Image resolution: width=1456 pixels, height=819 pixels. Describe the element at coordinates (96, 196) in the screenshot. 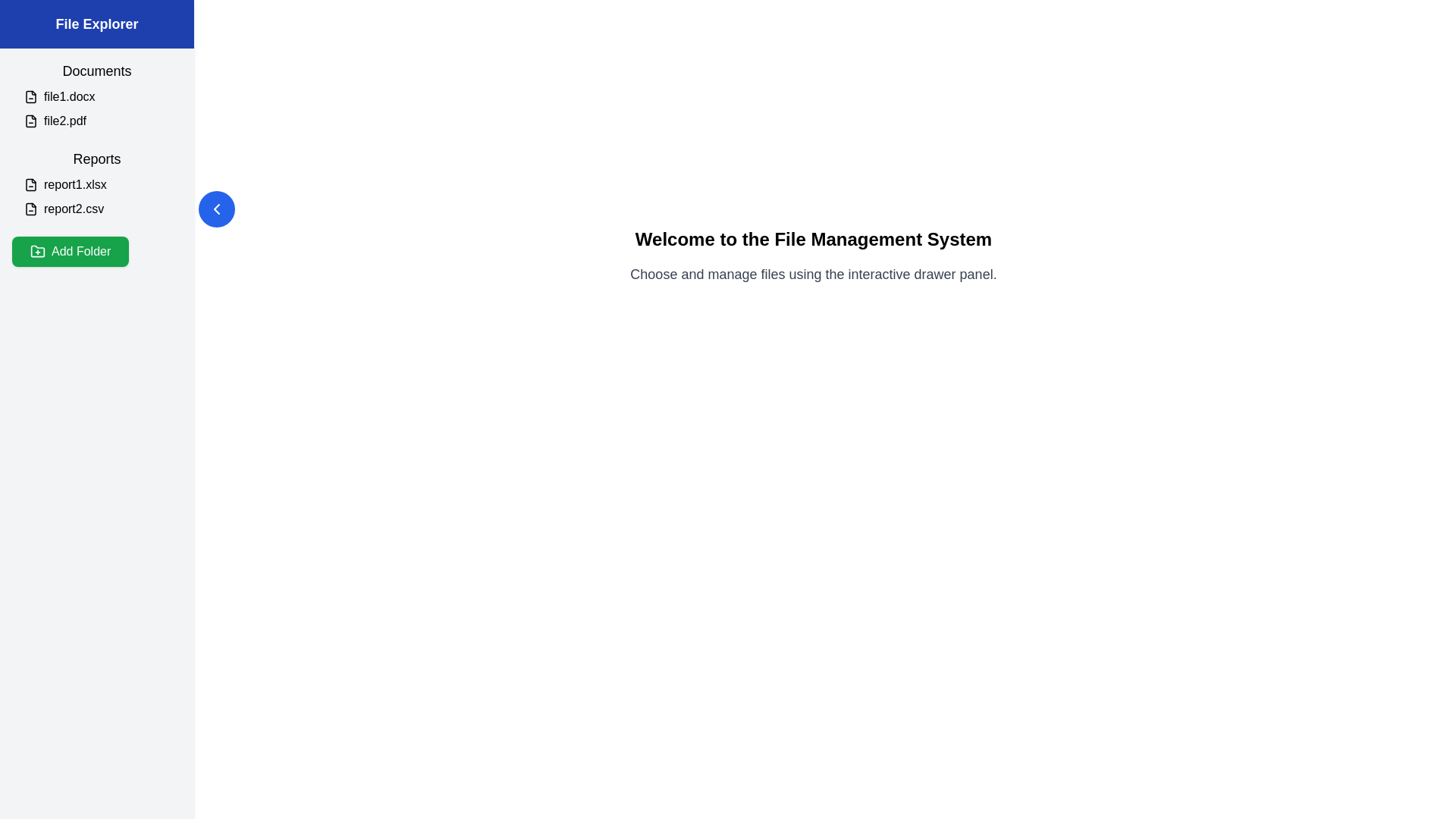

I see `the file item 'report1.xlsx' or 'report2.csv' in the list under the 'Reports' section` at that location.